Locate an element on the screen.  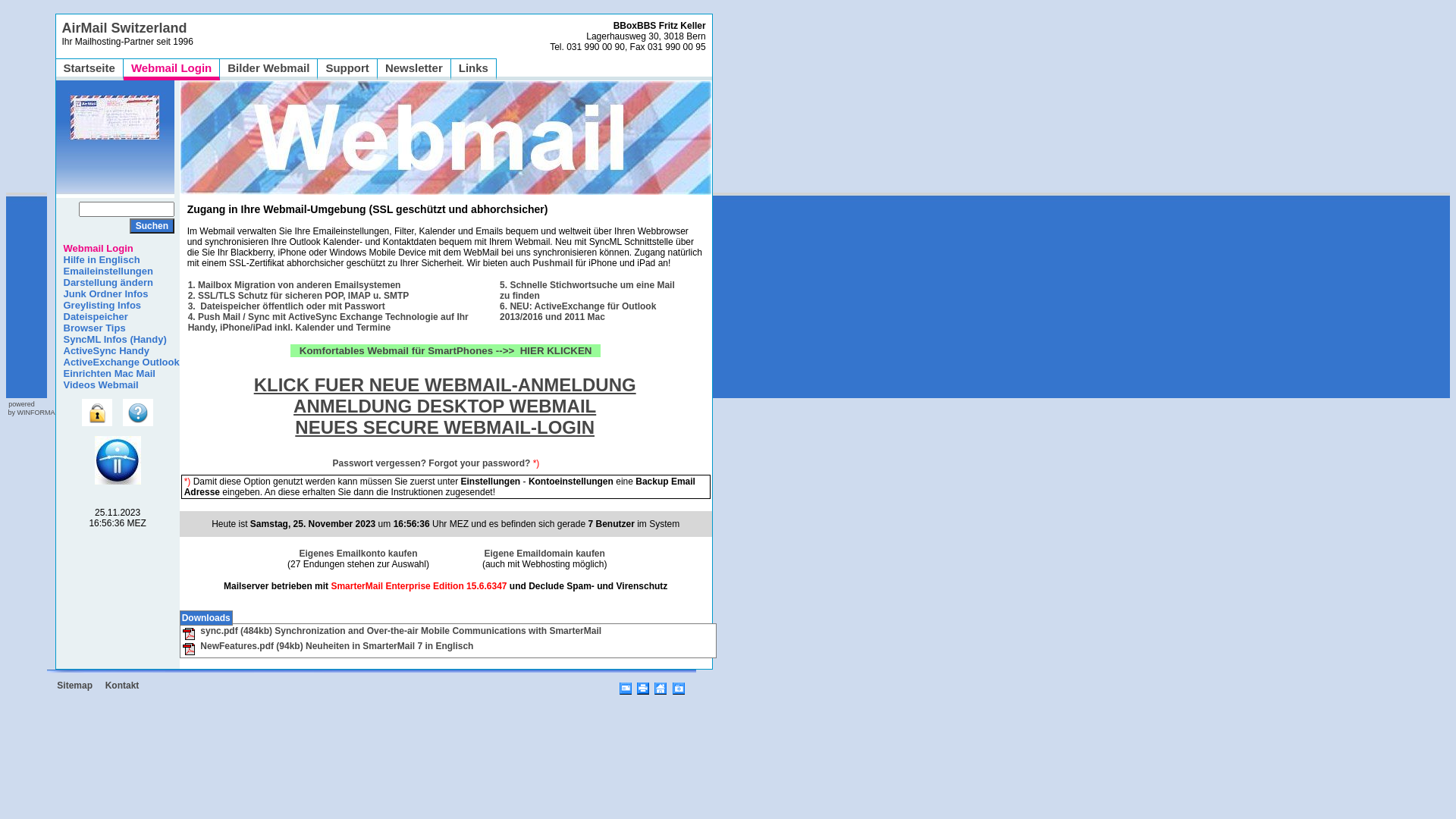
'5. Schnelle Stichwortsuche um eine Mail zu finden' is located at coordinates (586, 290).